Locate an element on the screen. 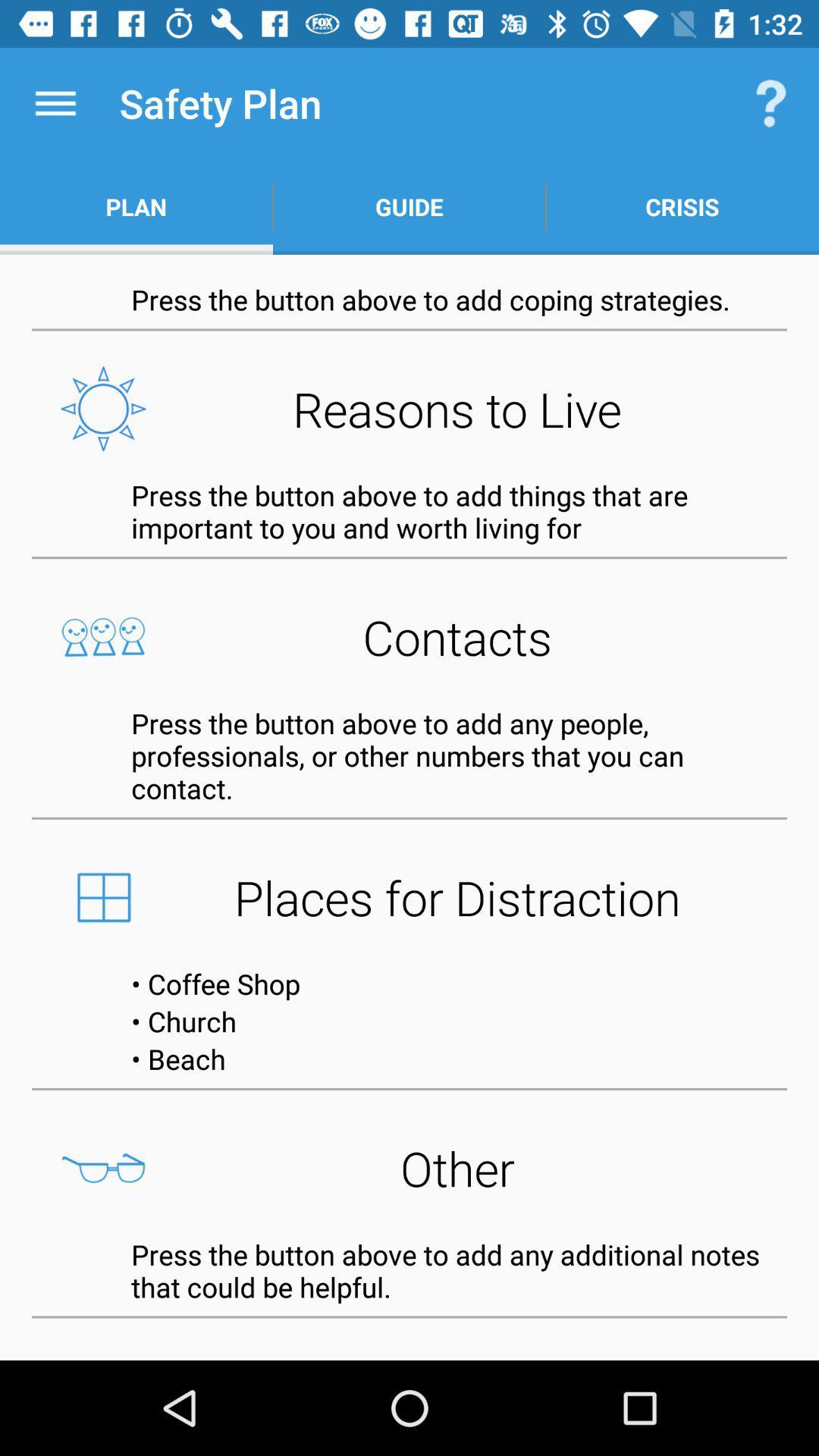 The image size is (819, 1456). the icon to the right of guide is located at coordinates (681, 206).